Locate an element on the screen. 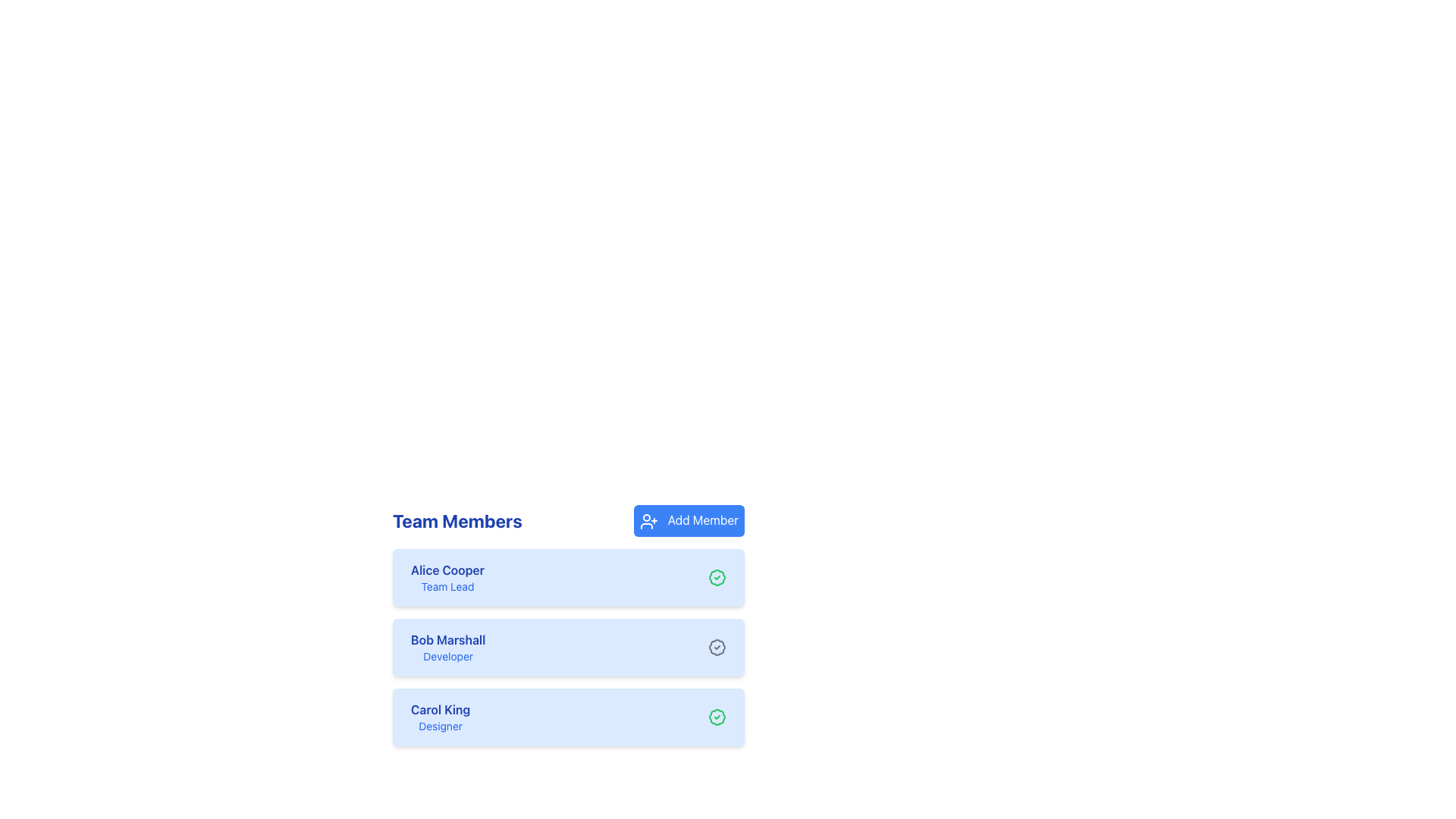 The image size is (1456, 819). information displayed for the team member 'Alice Cooper', who is the Team Lead, shown in bold blue text within a light-blue rounded block is located at coordinates (447, 577).